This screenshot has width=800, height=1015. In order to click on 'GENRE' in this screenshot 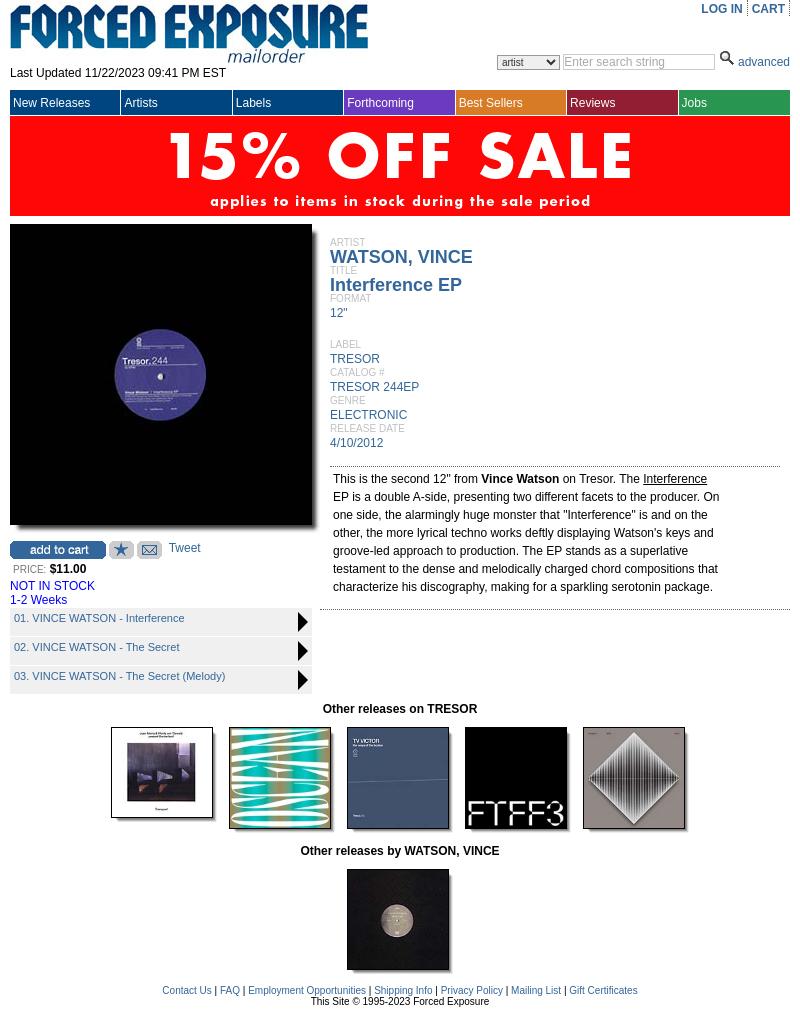, I will do `click(347, 400)`.